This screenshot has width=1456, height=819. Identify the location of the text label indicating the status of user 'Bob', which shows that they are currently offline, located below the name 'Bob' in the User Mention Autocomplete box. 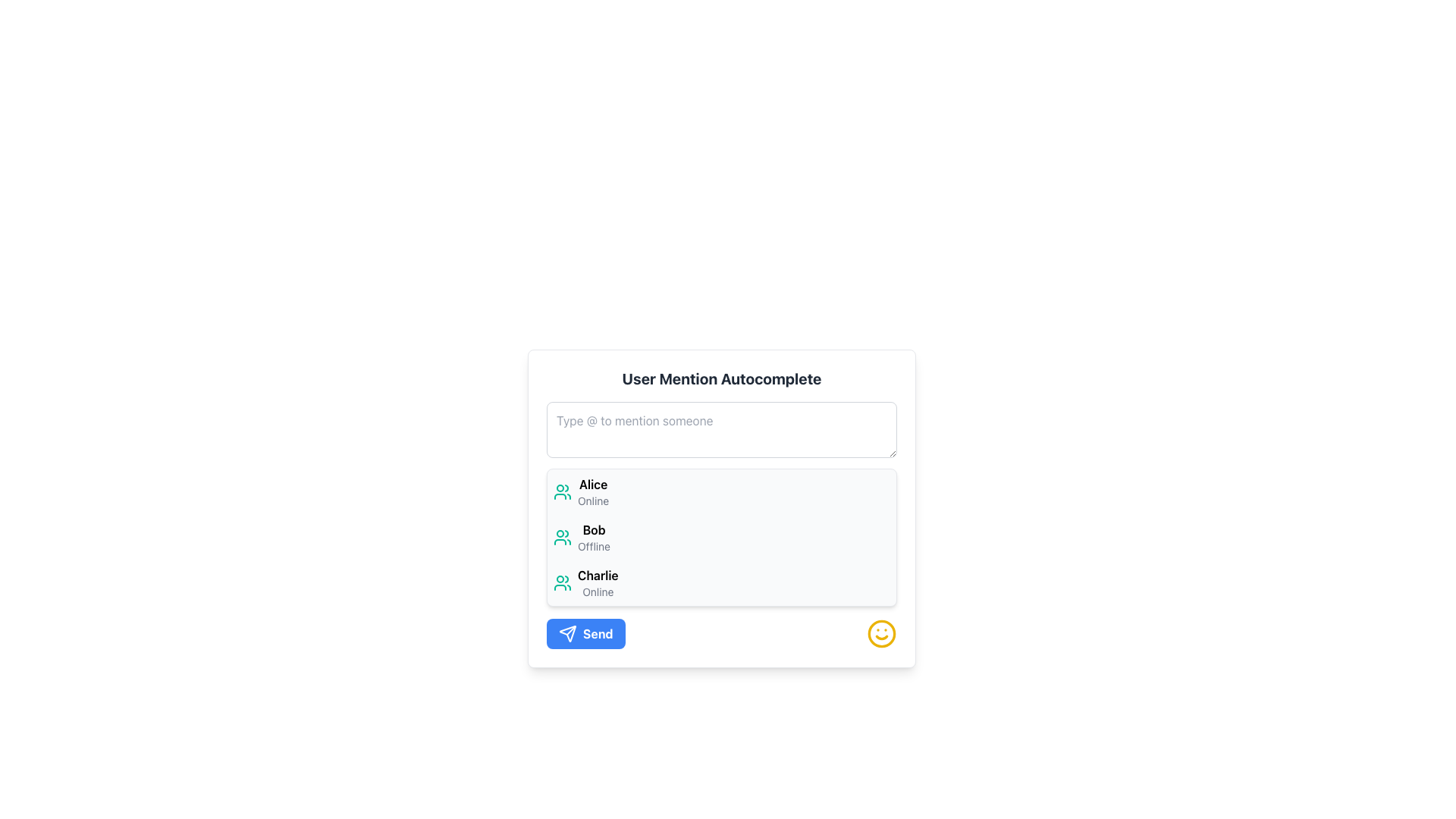
(593, 547).